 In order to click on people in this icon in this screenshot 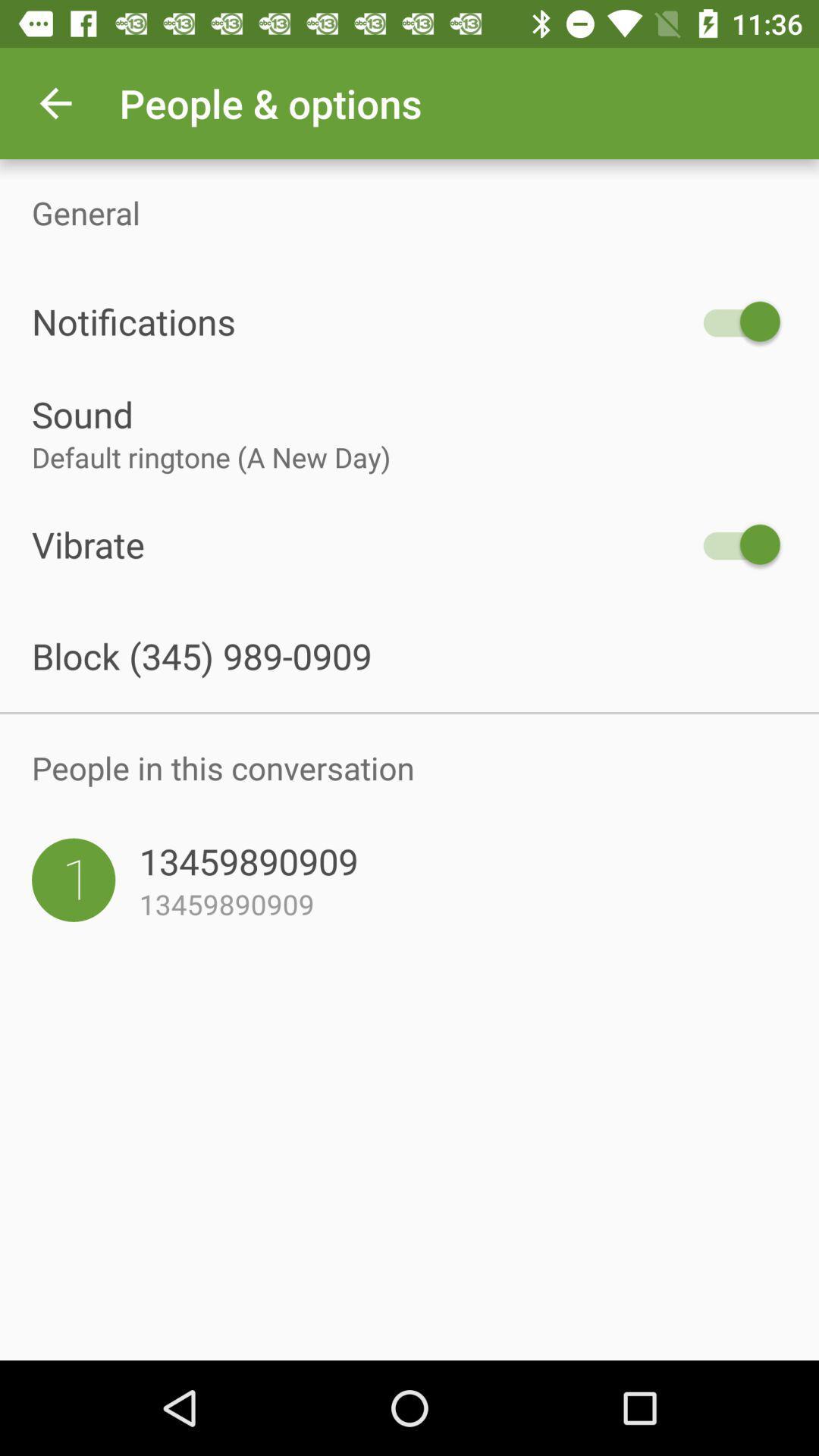, I will do `click(409, 767)`.